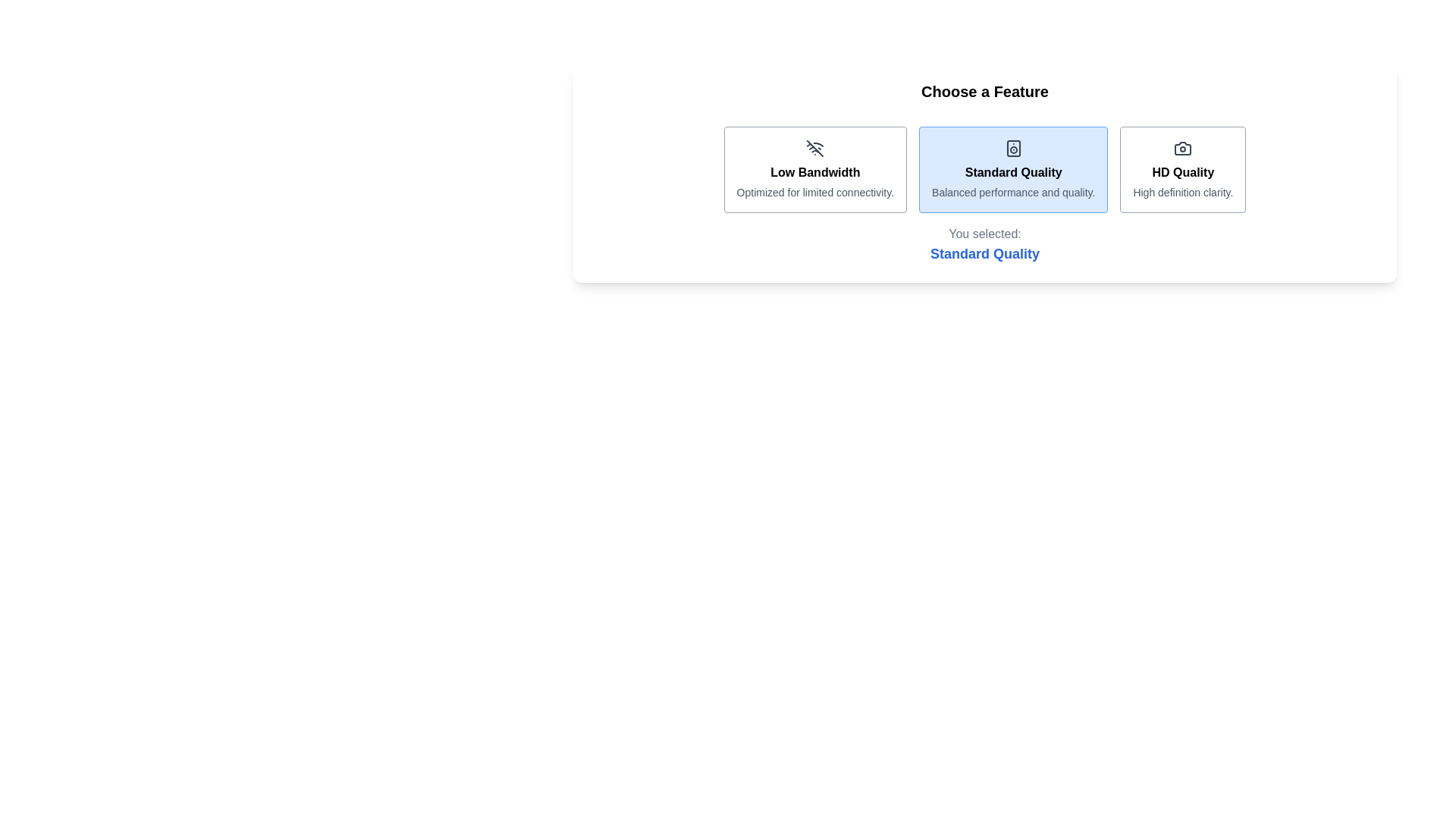 This screenshot has width=1456, height=819. What do you see at coordinates (985, 244) in the screenshot?
I see `the Static Text Area that displays the status of the user's selection, located centrally below the three feature options: 'Low Bandwidth,' 'Standard Quality,' and 'HD Quality.'` at bounding box center [985, 244].